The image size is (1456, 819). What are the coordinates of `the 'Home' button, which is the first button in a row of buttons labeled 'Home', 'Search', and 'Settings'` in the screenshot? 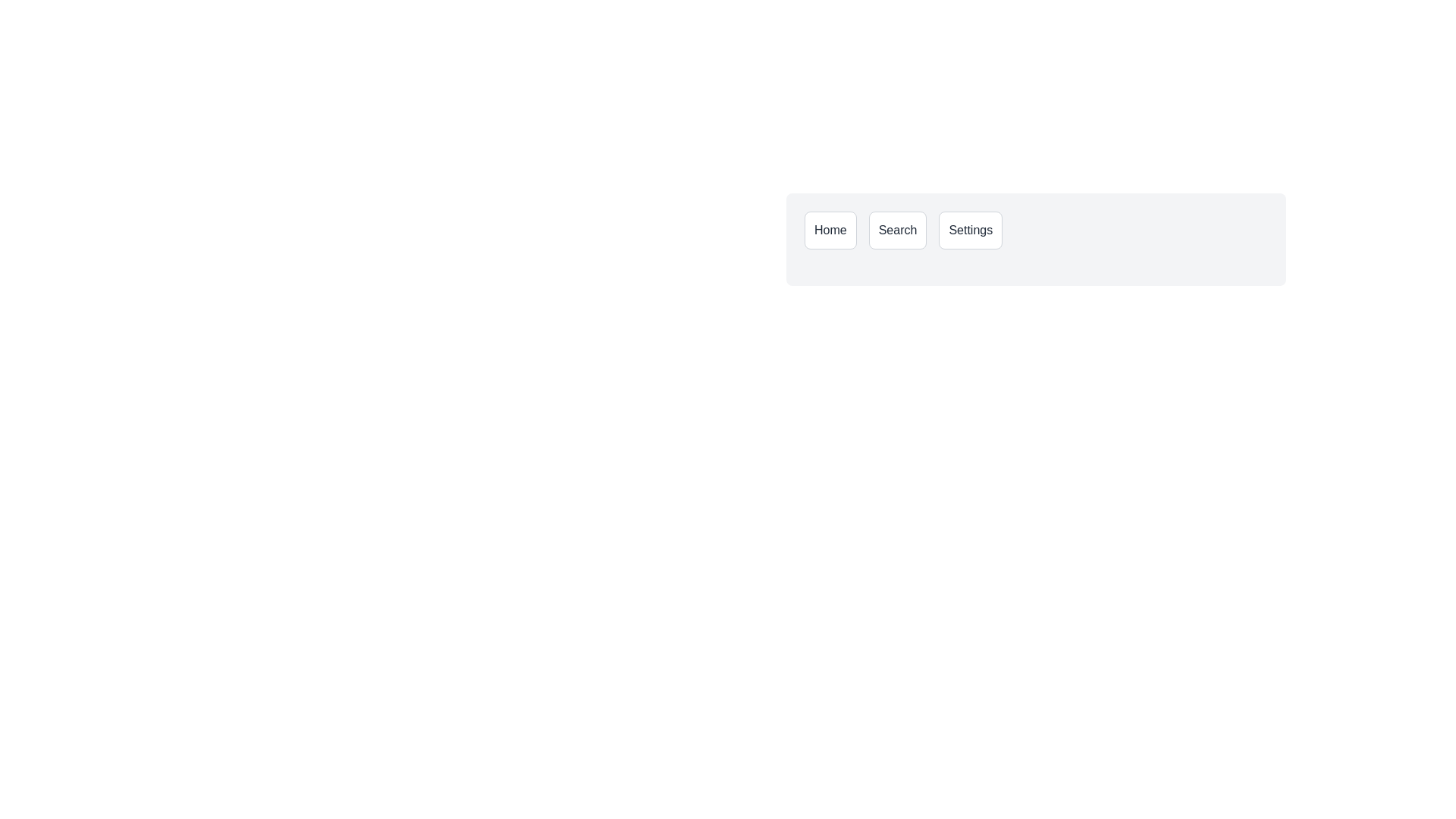 It's located at (830, 231).